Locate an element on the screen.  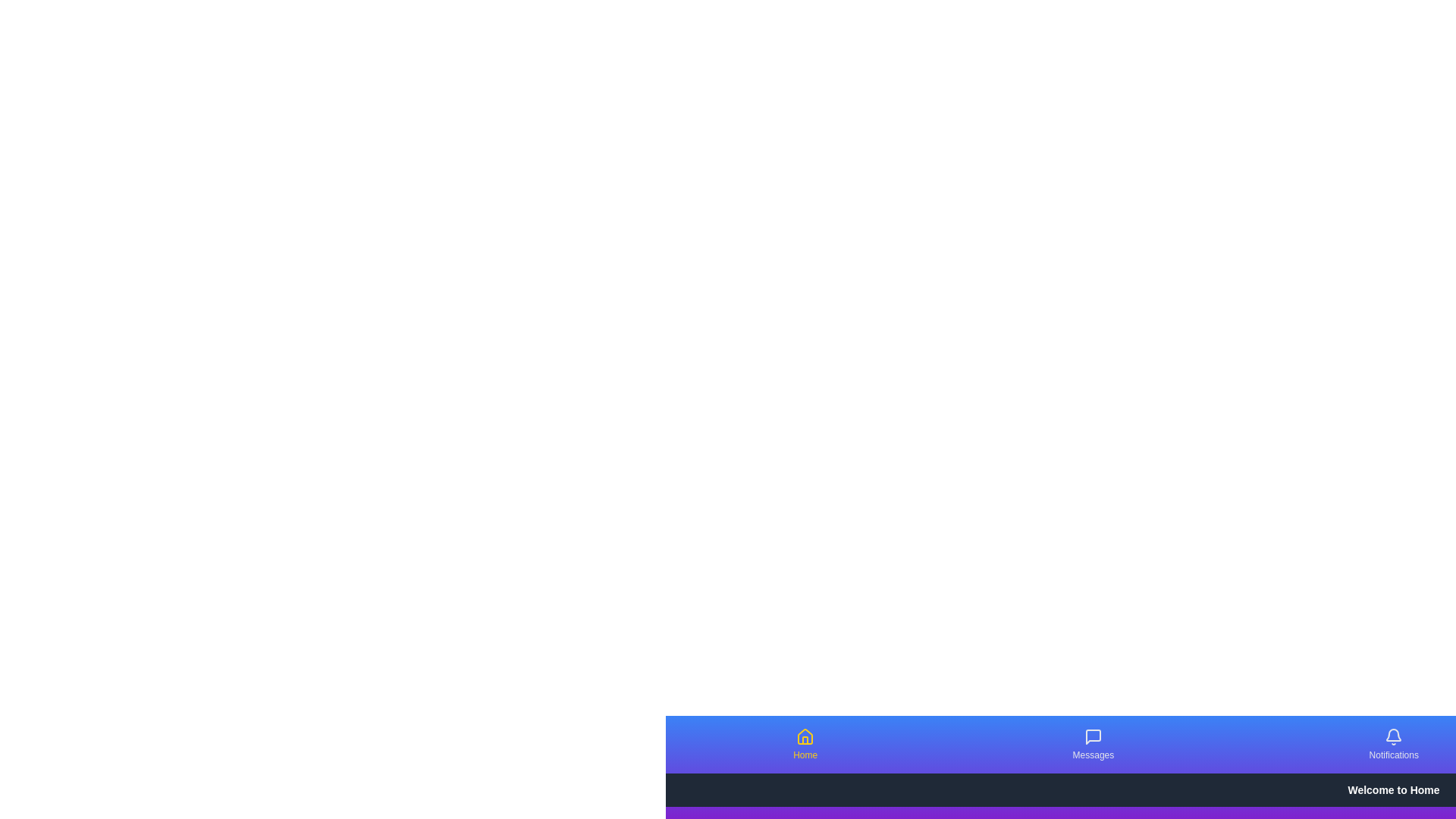
the Notifications tab in the navigation bar is located at coordinates (1394, 744).